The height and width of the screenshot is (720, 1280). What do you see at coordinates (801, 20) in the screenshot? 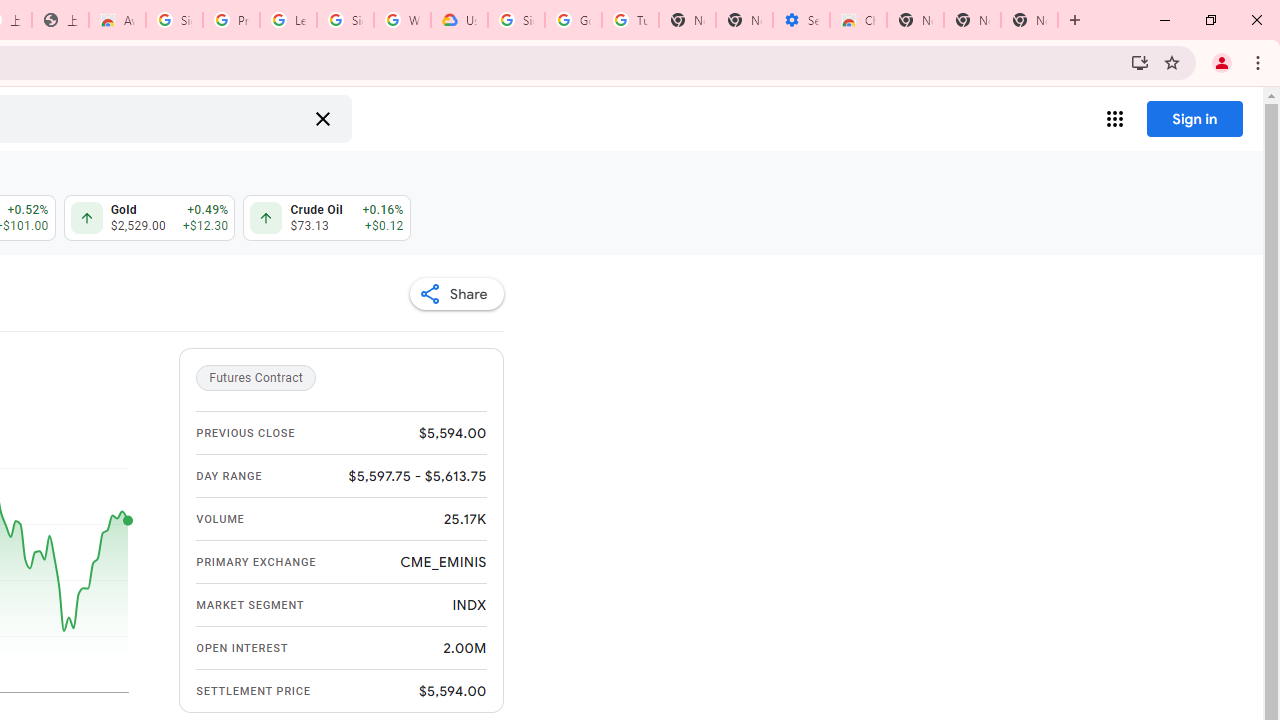
I see `'Settings - Accessibility'` at bounding box center [801, 20].